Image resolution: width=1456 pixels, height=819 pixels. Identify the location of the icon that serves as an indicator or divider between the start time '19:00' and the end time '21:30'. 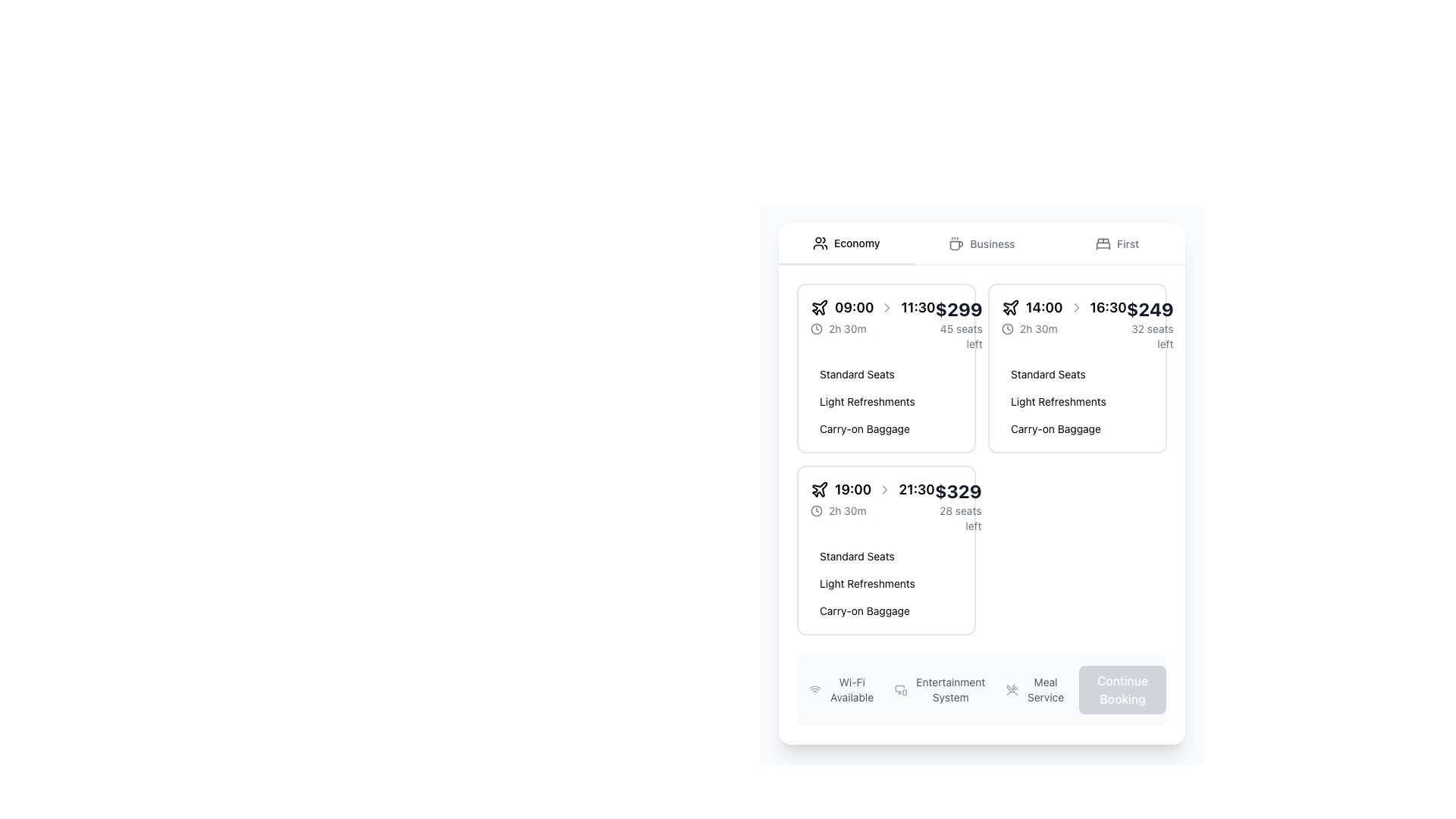
(885, 489).